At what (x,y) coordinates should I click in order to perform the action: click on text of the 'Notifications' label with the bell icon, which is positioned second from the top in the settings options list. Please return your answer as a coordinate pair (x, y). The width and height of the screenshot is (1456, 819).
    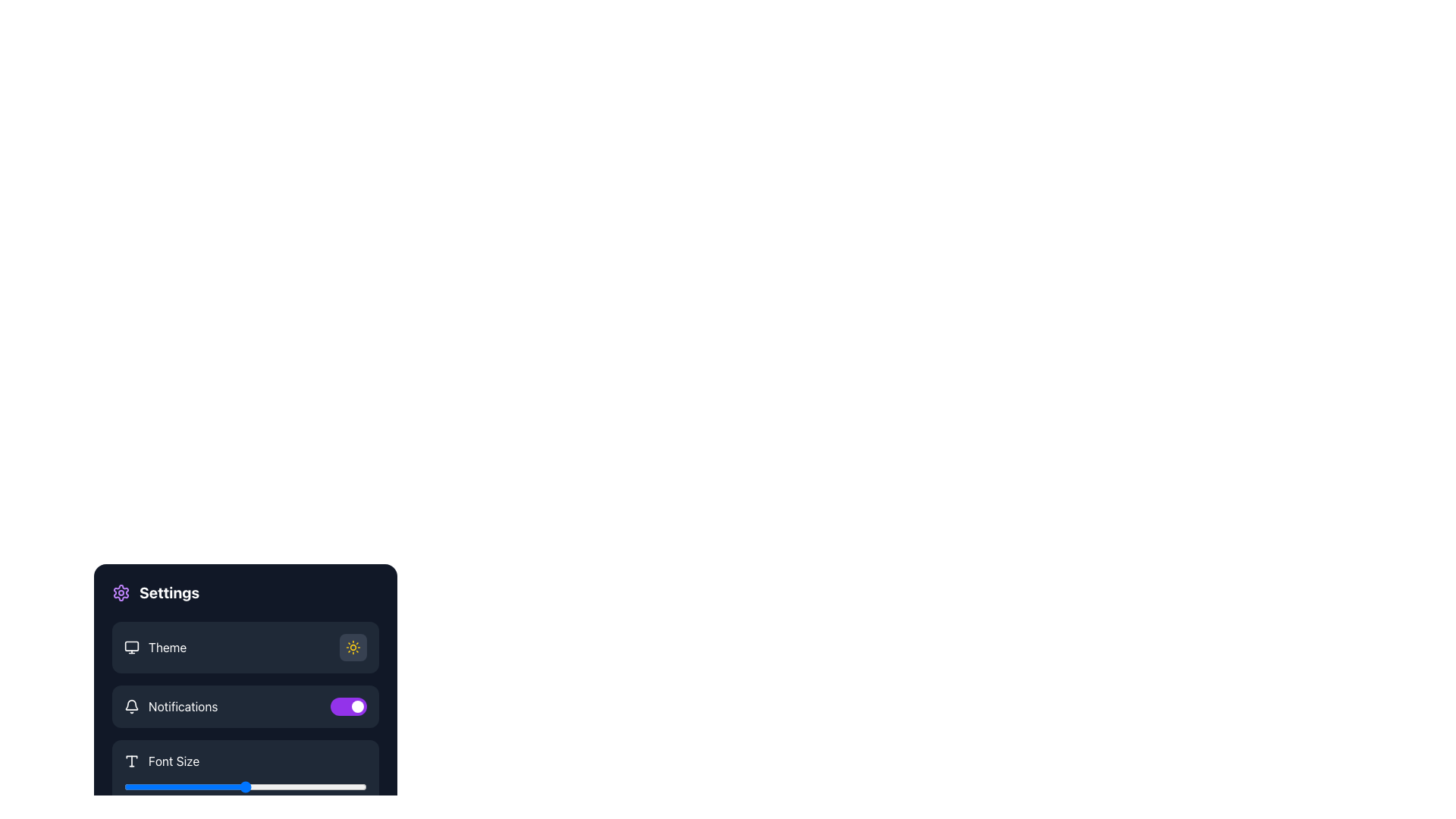
    Looking at the image, I should click on (171, 707).